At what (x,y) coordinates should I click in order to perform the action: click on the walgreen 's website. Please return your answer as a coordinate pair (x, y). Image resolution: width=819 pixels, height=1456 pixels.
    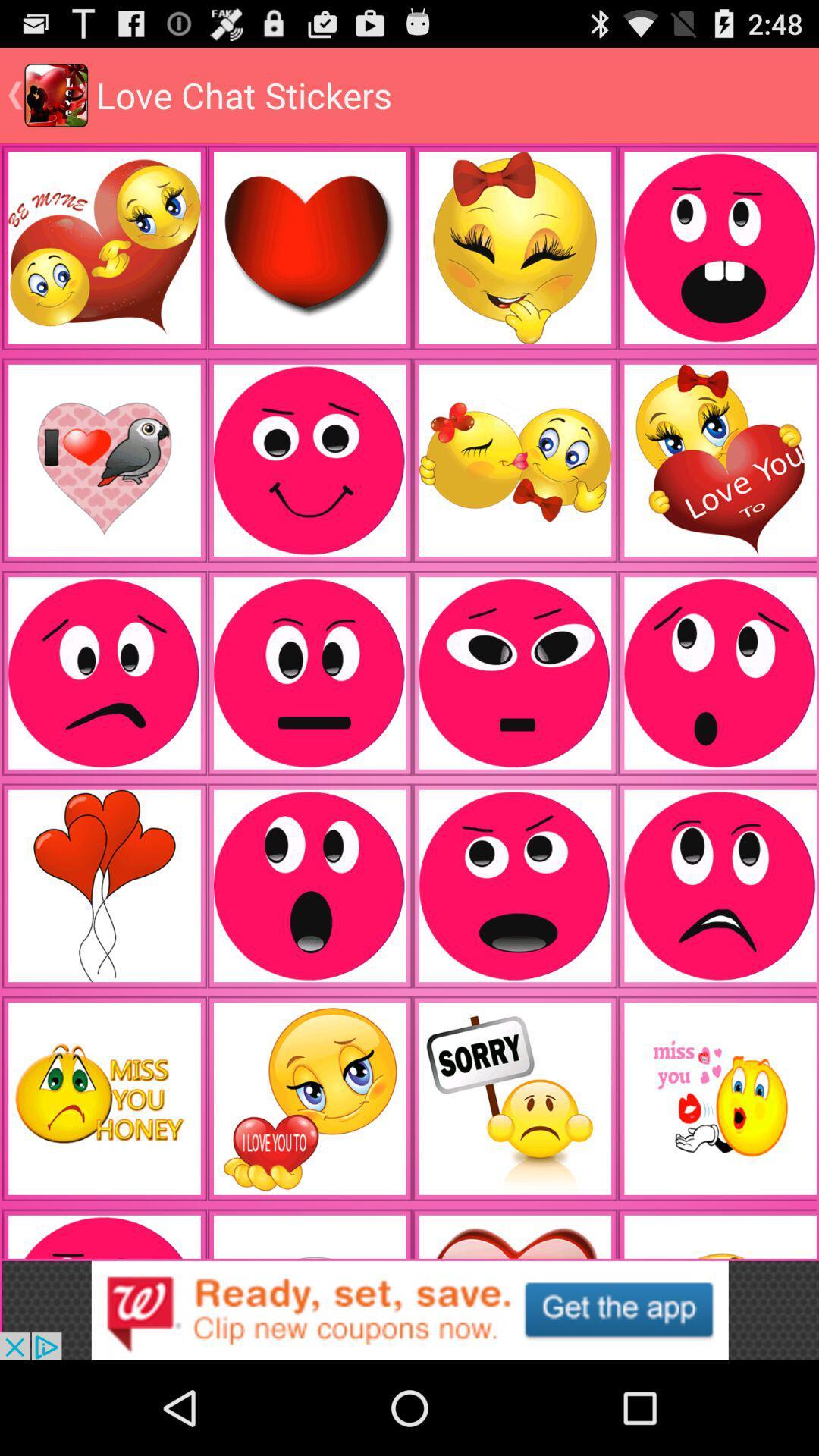
    Looking at the image, I should click on (409, 1310).